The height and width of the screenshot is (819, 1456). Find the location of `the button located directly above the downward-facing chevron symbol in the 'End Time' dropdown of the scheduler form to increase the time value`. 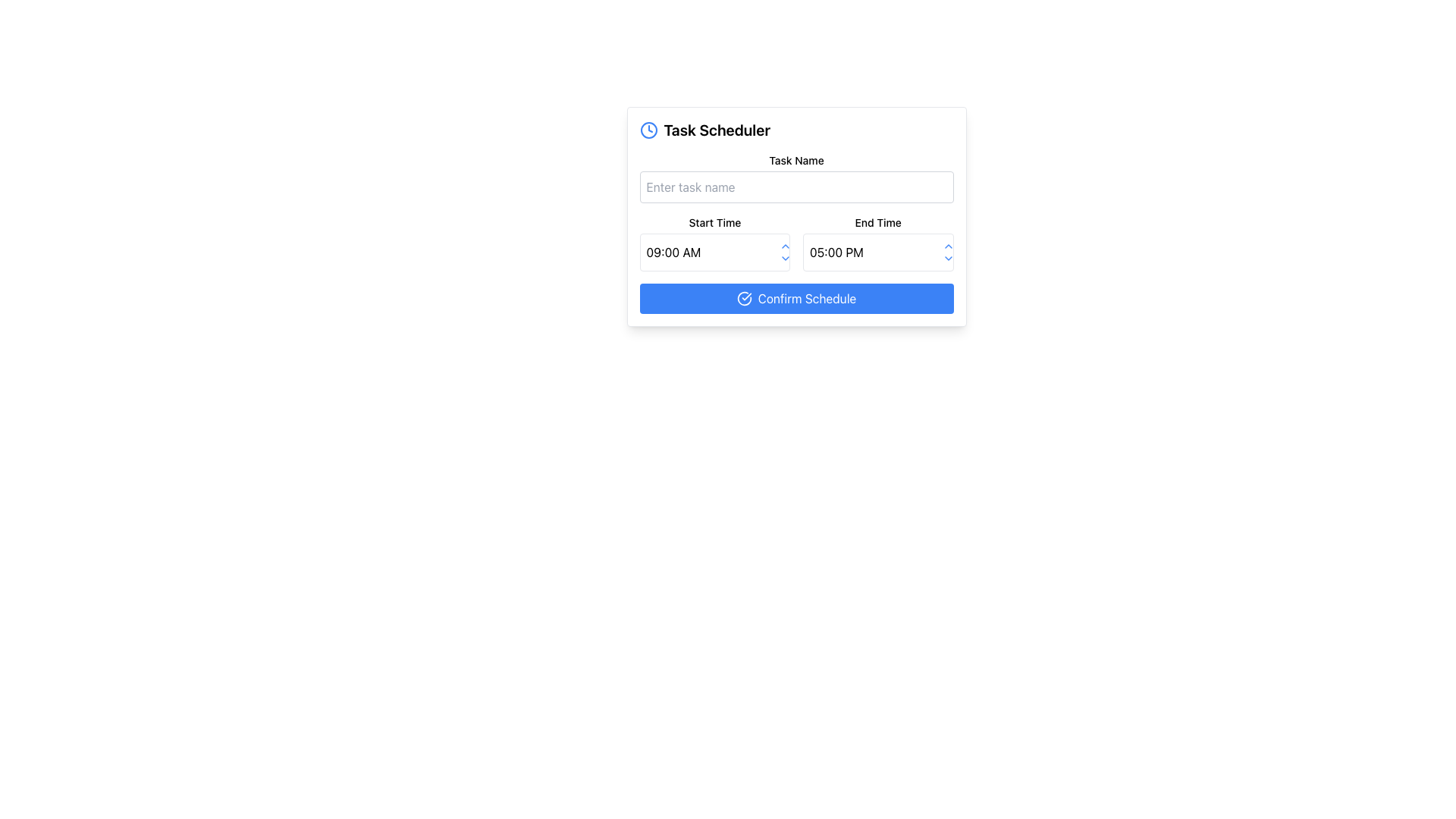

the button located directly above the downward-facing chevron symbol in the 'End Time' dropdown of the scheduler form to increase the time value is located at coordinates (947, 245).